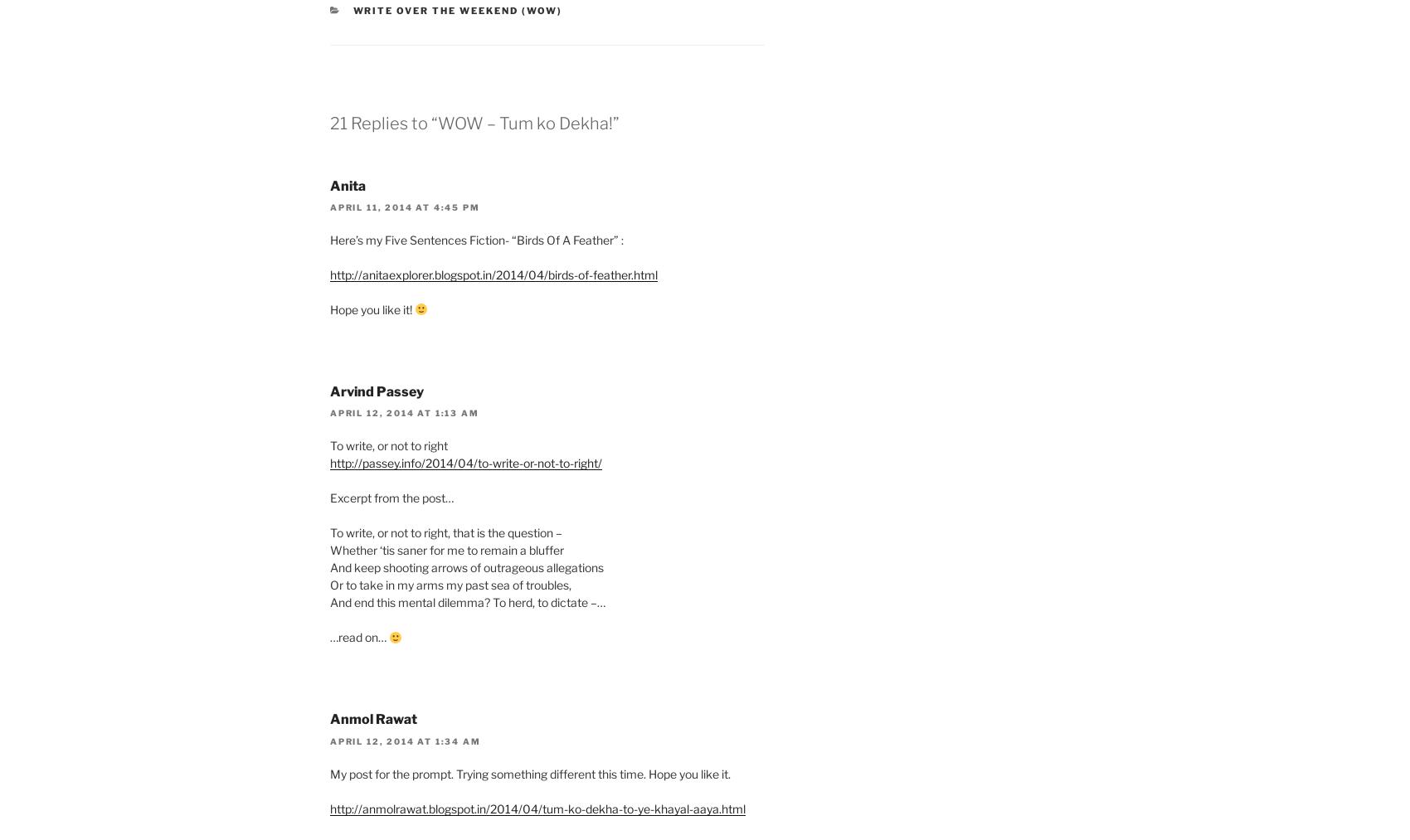 The image size is (1410, 840). I want to click on 'April 12, 2014 at 1:13 am', so click(328, 411).